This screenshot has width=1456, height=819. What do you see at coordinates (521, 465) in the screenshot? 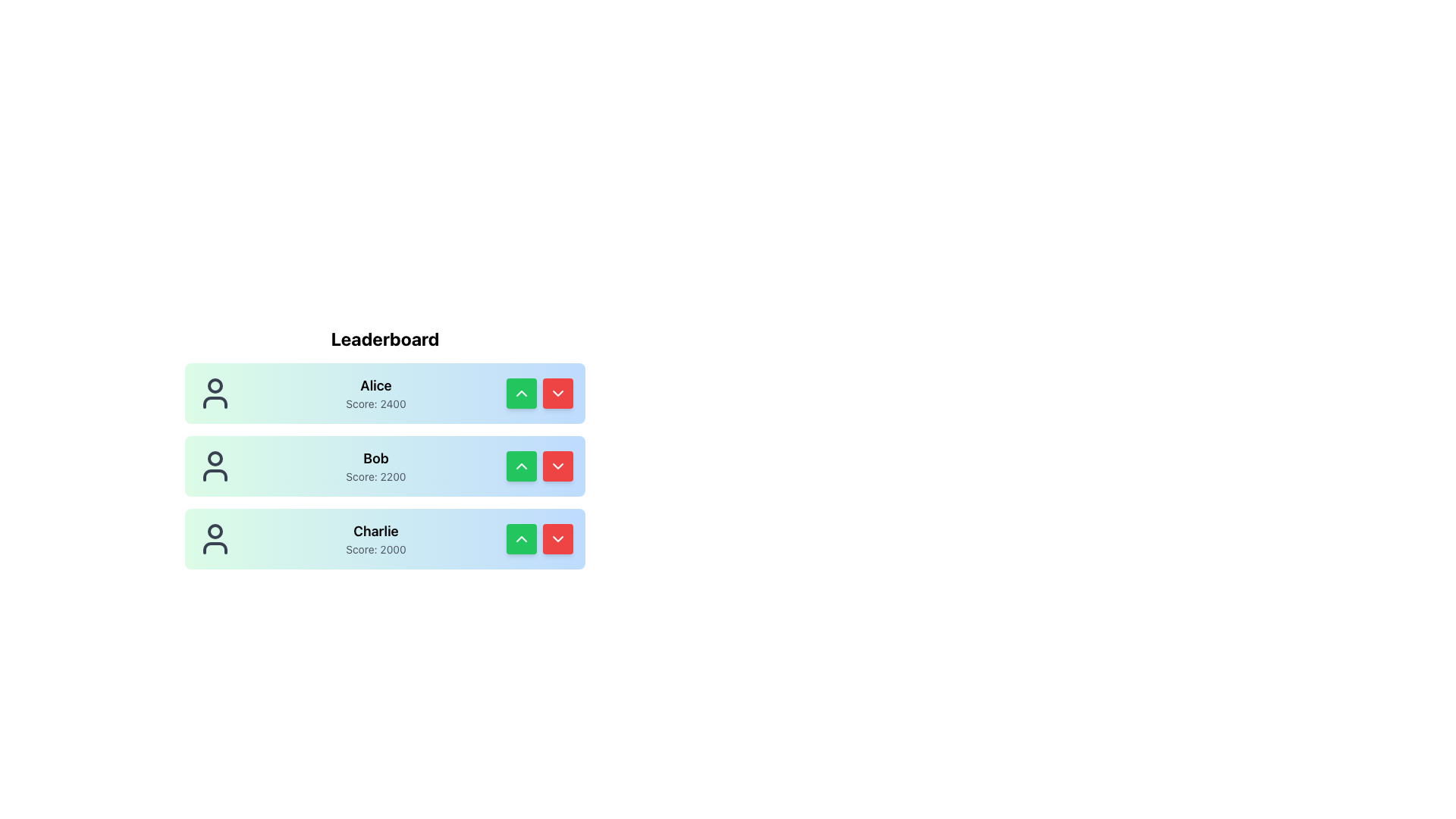
I see `the upward chevron icon button associated with 'Bob' to register an upward ranking action` at bounding box center [521, 465].